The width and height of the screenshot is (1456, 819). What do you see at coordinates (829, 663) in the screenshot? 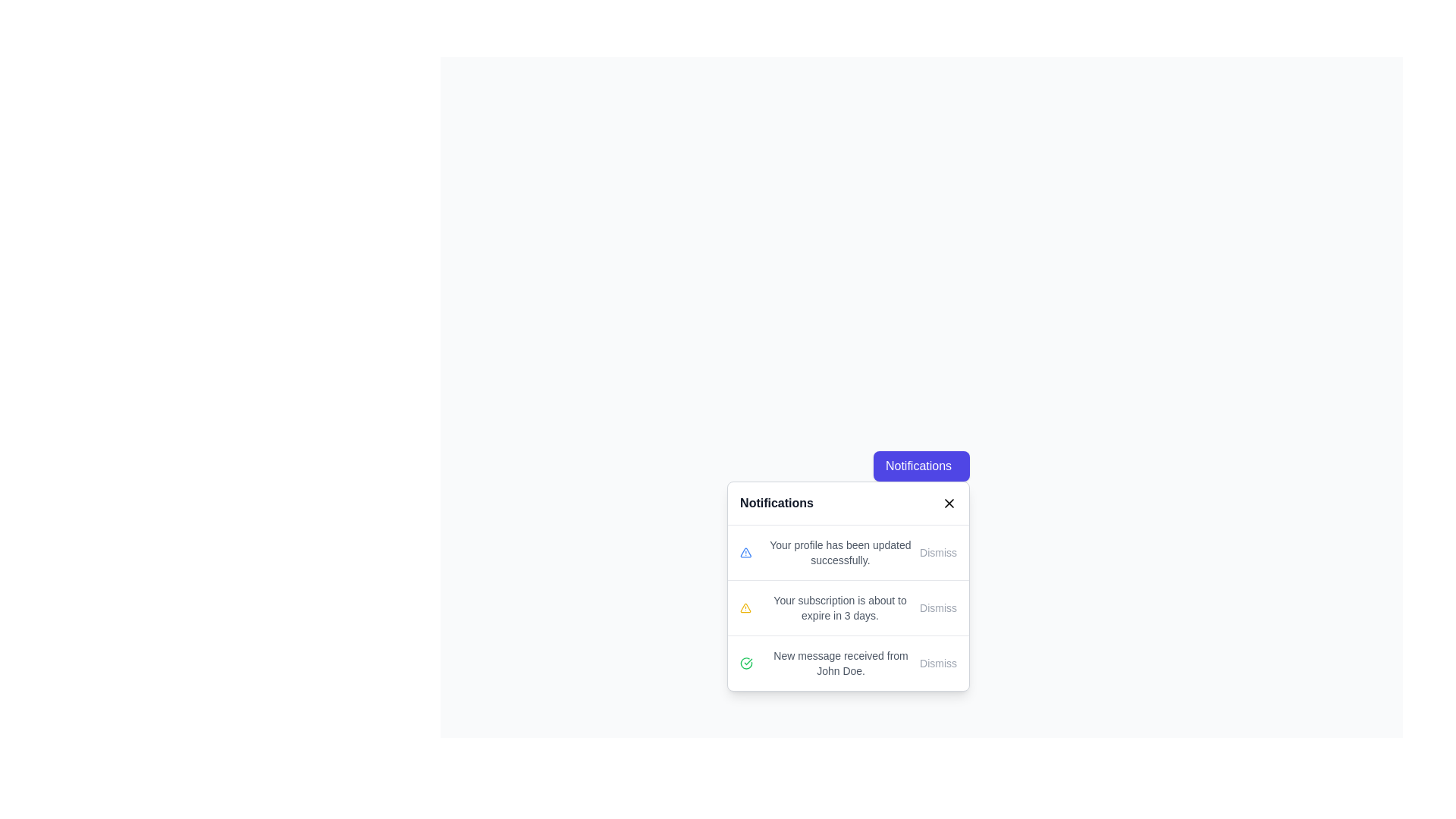
I see `text content 'New message received from John Doe.' from the notification panel located in the bottom-right corner of the viewport, next to the green checkmark icon` at bounding box center [829, 663].